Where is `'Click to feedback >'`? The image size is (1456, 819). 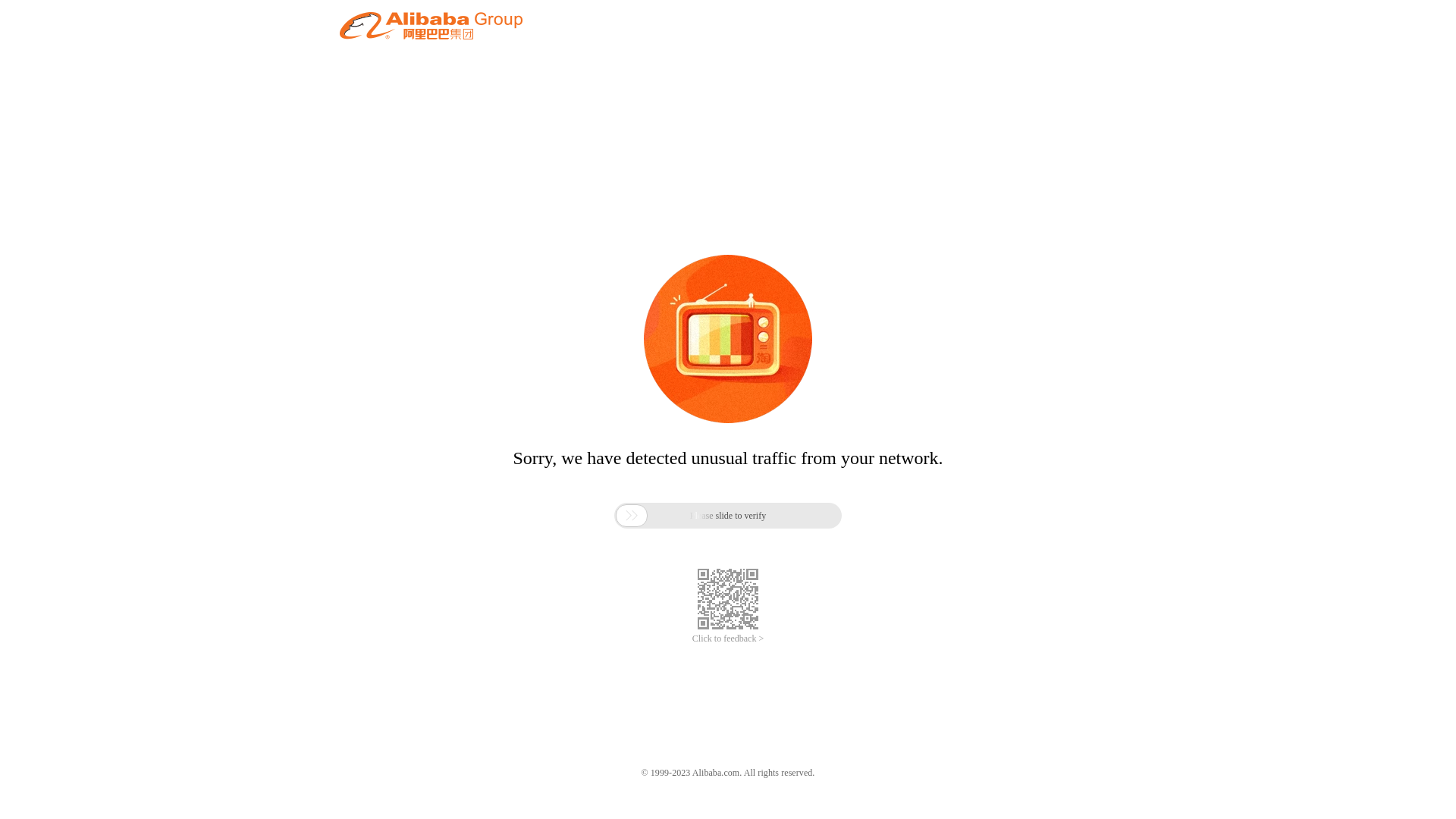 'Click to feedback >' is located at coordinates (691, 639).